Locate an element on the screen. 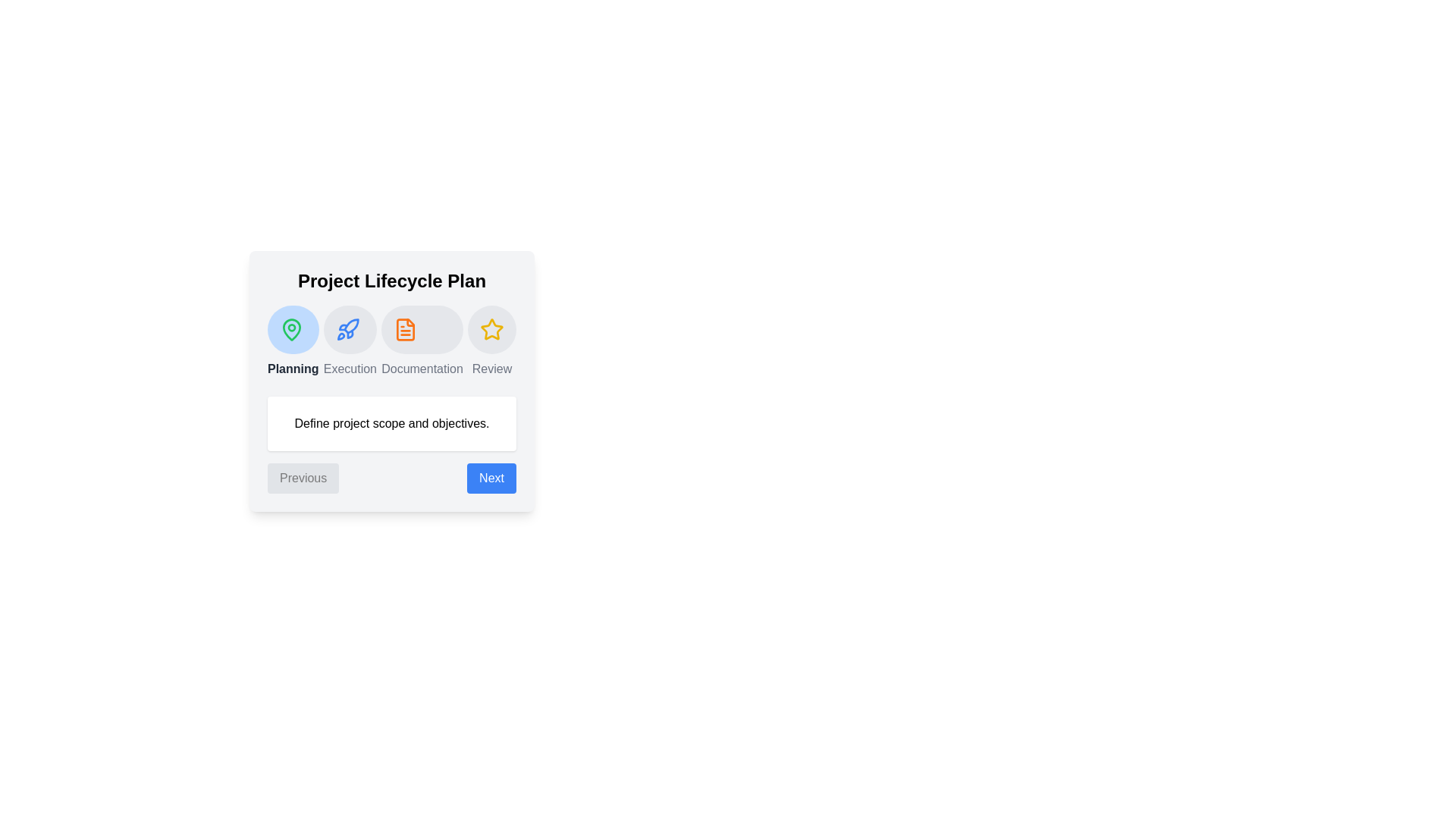 The width and height of the screenshot is (1456, 819). the phase Documentation by clicking on its icon or title is located at coordinates (405, 329).